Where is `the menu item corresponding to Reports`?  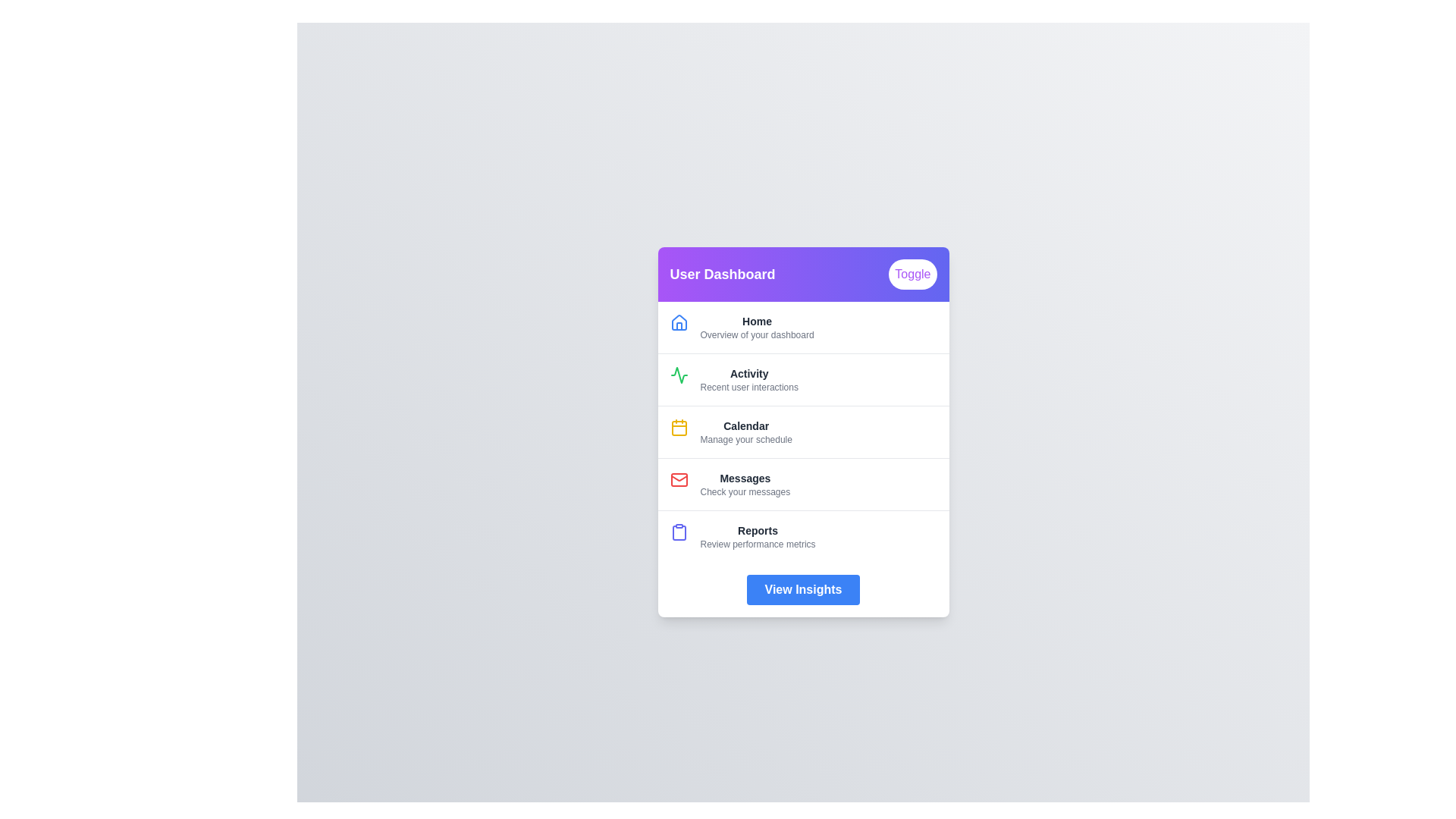
the menu item corresponding to Reports is located at coordinates (758, 536).